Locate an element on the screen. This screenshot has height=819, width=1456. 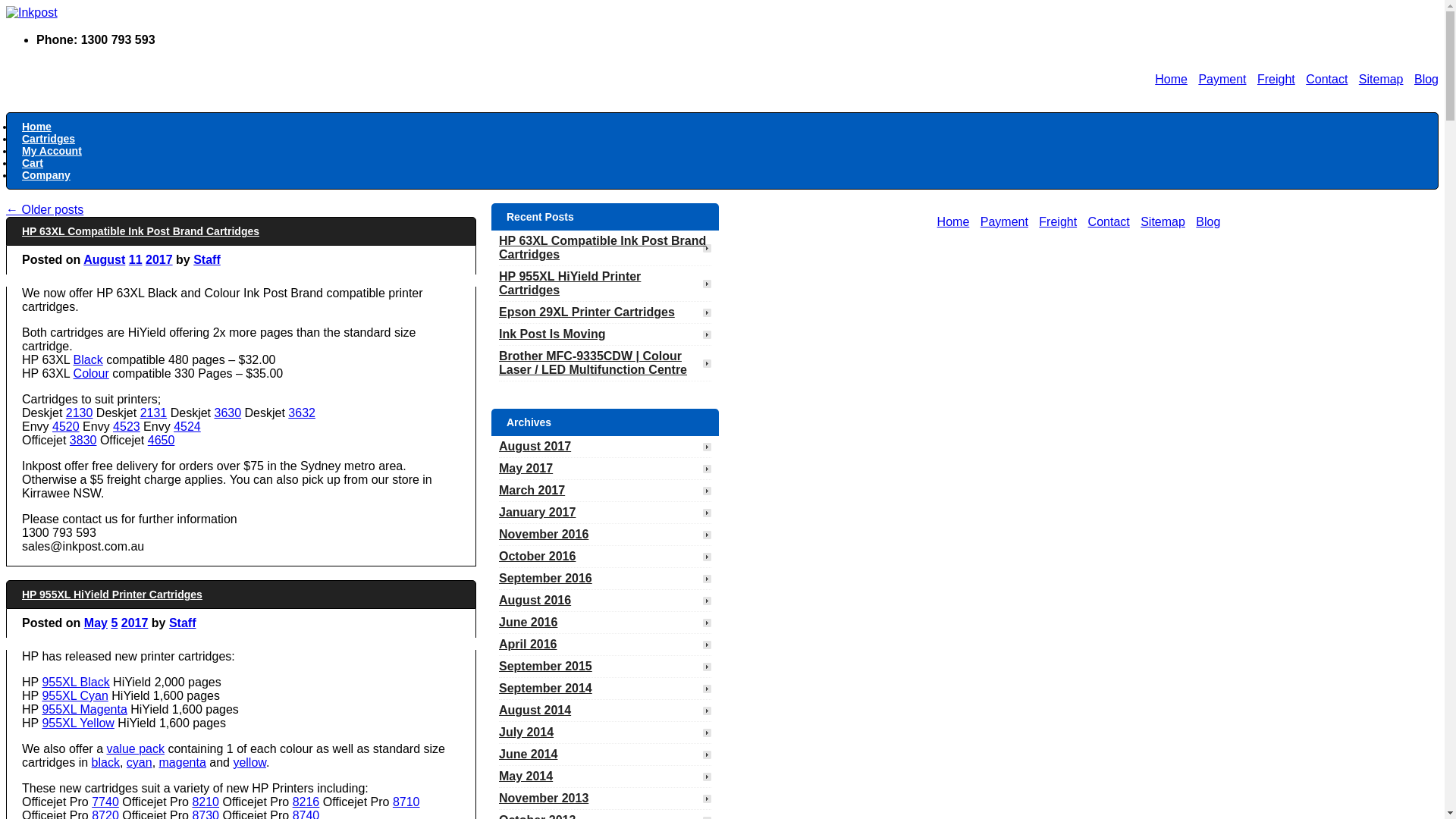
'June 2014' is located at coordinates (535, 754).